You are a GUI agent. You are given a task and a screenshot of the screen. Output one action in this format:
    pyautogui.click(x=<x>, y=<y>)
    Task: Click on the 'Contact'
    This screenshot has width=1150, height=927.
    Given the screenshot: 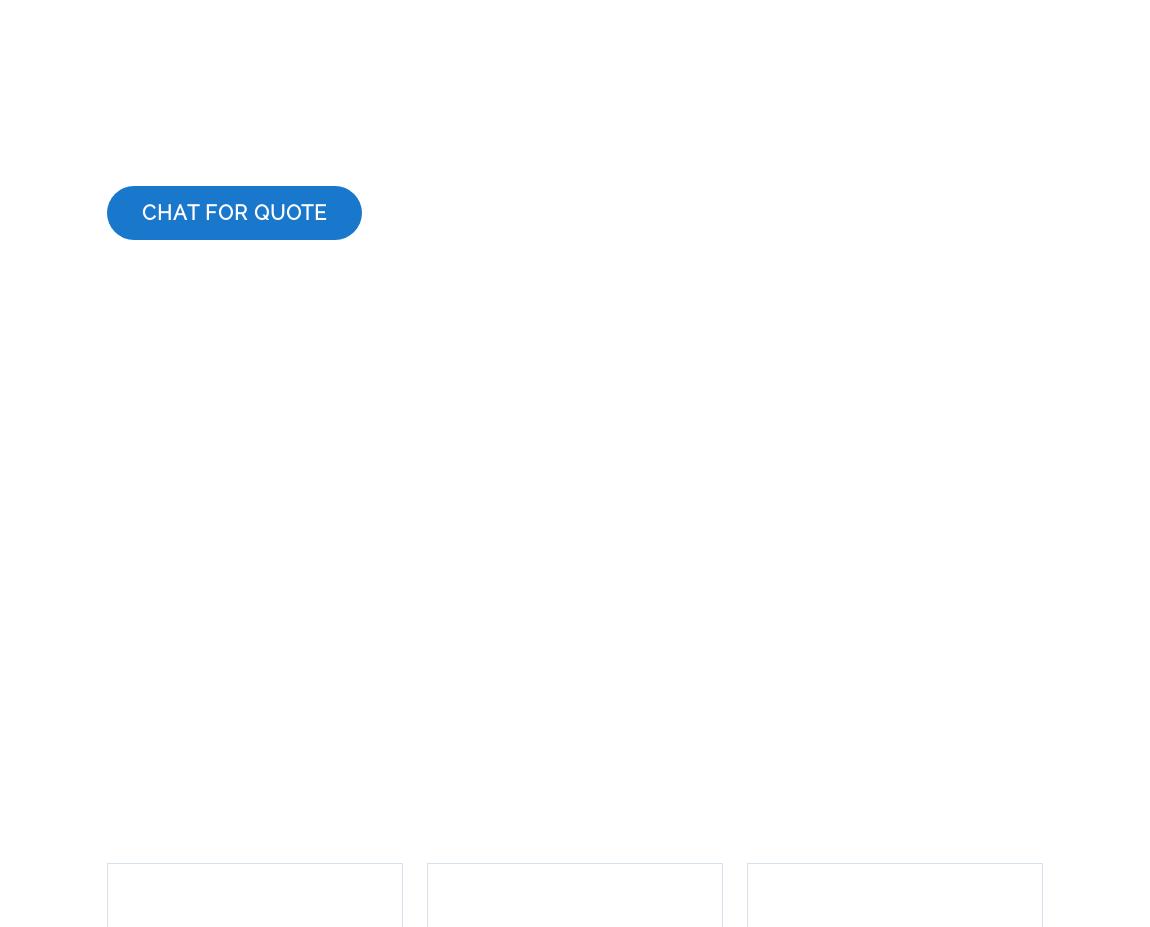 What is the action you would take?
    pyautogui.click(x=311, y=730)
    